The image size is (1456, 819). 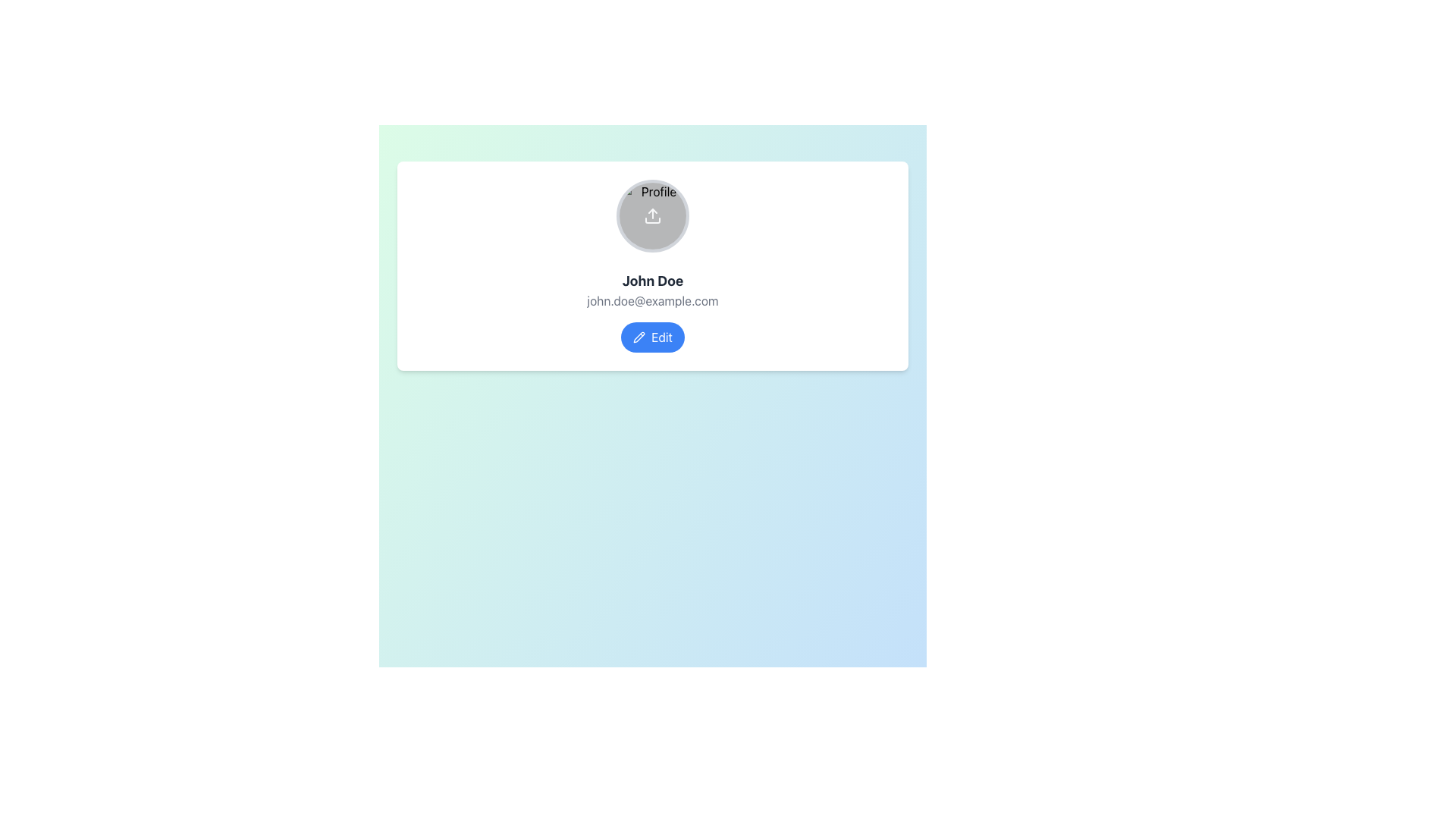 What do you see at coordinates (652, 290) in the screenshot?
I see `displayed text from the text field showing 'John Doe' and 'john.doe@example.com', which is centrally located below a profile picture and above an 'Edit' button` at bounding box center [652, 290].